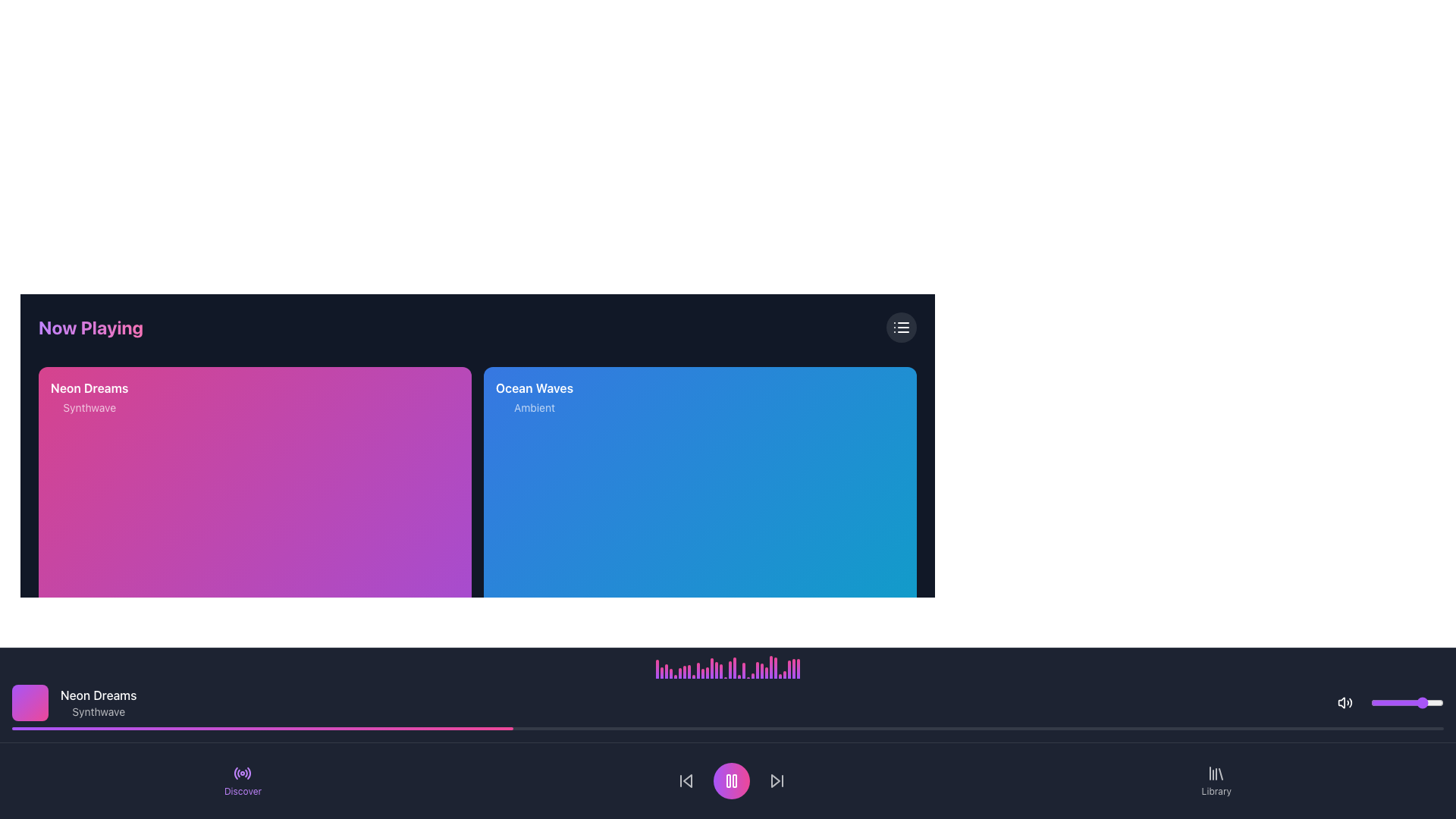 Image resolution: width=1456 pixels, height=819 pixels. What do you see at coordinates (775, 669) in the screenshot?
I see `the height change of the 27th bar in the graphical equalizer, which visually represents audio activity and dynamically adjusts to convey sound intensity` at bounding box center [775, 669].